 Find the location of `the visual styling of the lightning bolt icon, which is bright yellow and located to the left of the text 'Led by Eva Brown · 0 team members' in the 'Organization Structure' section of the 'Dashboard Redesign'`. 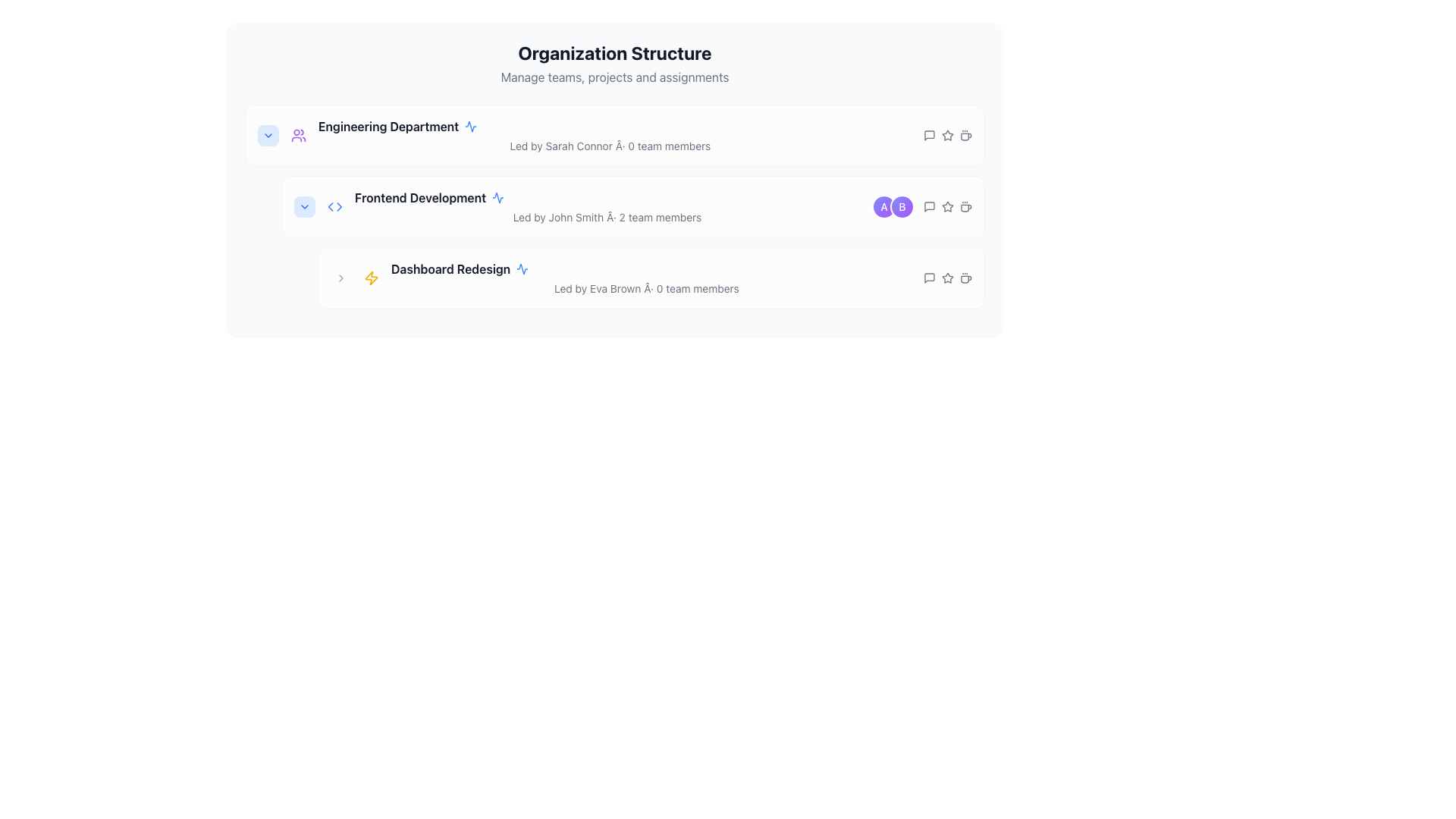

the visual styling of the lightning bolt icon, which is bright yellow and located to the left of the text 'Led by Eva Brown · 0 team members' in the 'Organization Structure' section of the 'Dashboard Redesign' is located at coordinates (371, 278).